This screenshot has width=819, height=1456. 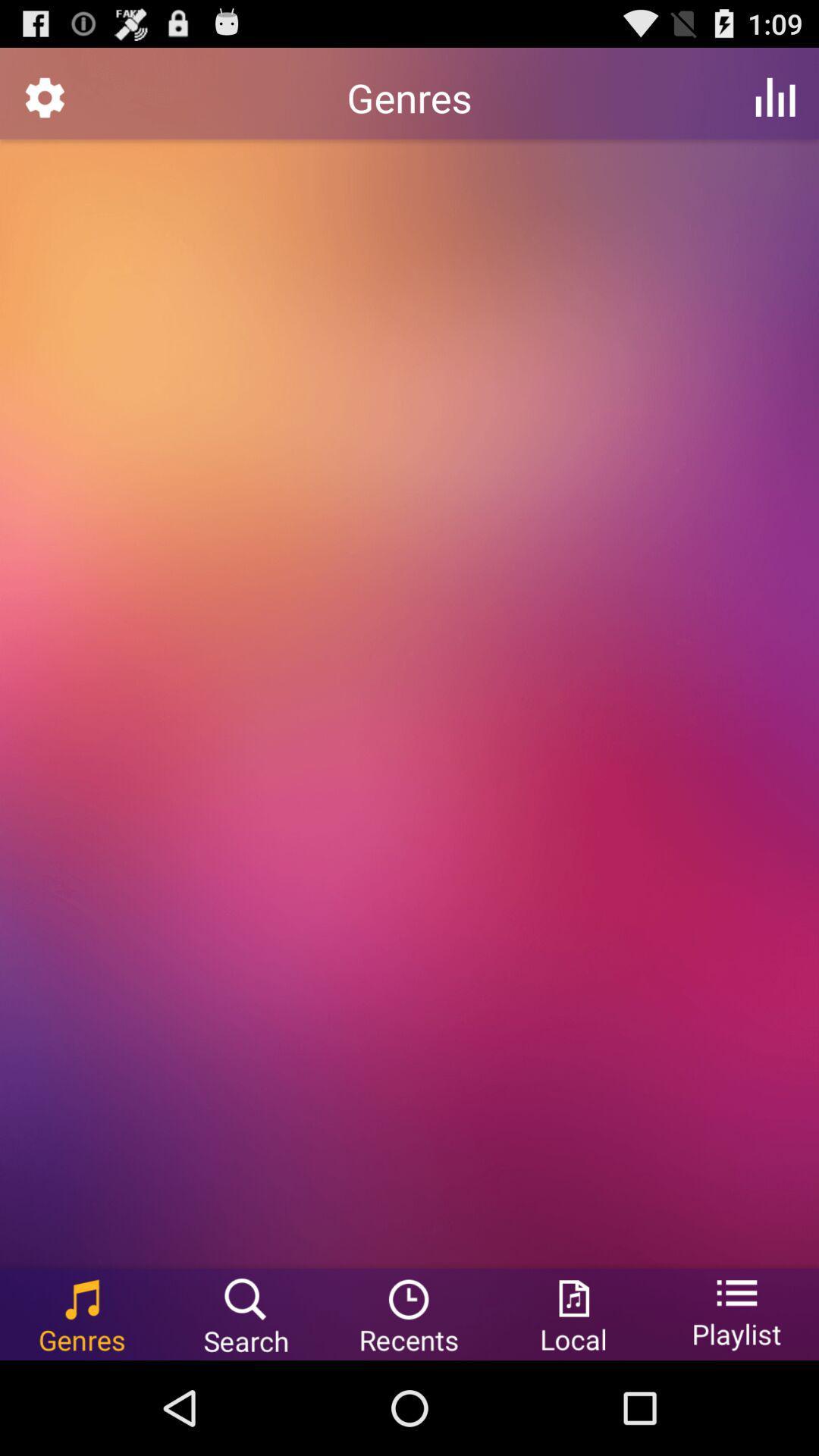 What do you see at coordinates (775, 96) in the screenshot?
I see `icon at the top right corner` at bounding box center [775, 96].